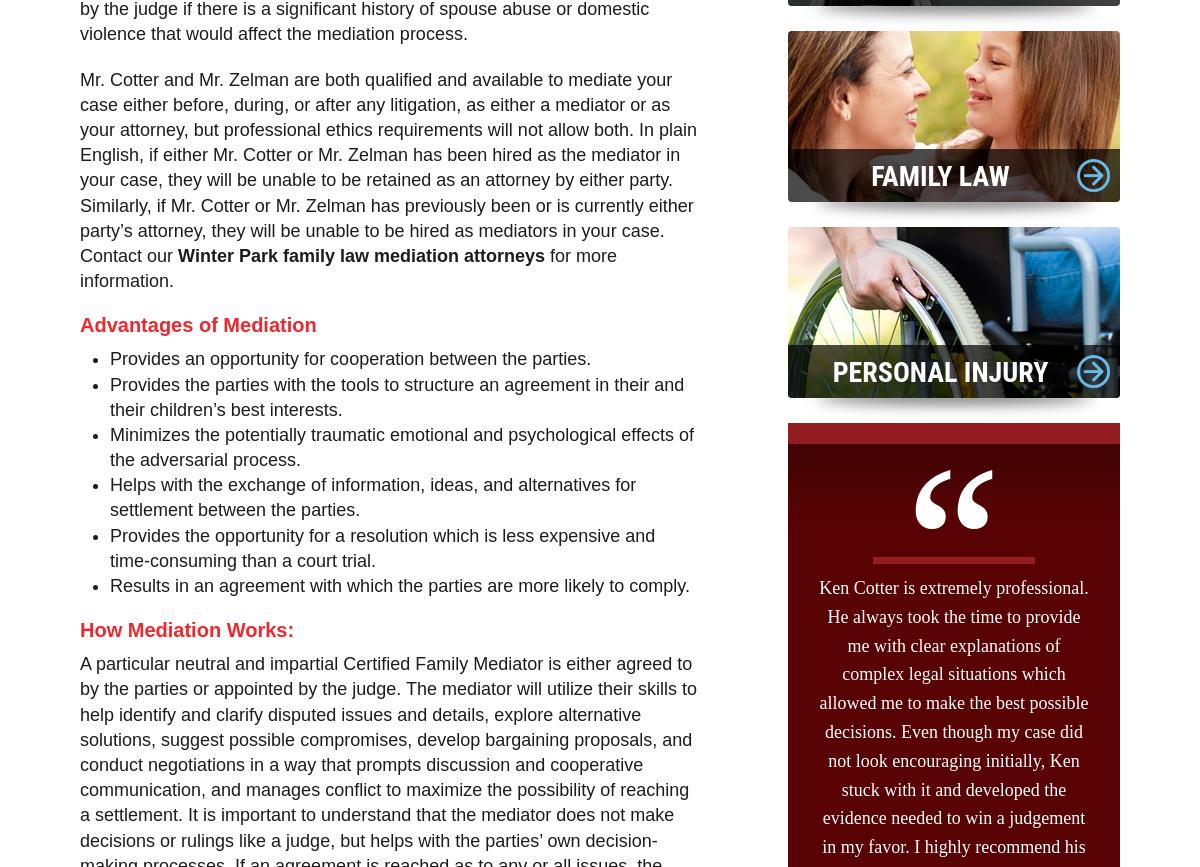 This screenshot has width=1200, height=867. Describe the element at coordinates (350, 359) in the screenshot. I see `'Provides an opportunity for cooperation between the parties.'` at that location.